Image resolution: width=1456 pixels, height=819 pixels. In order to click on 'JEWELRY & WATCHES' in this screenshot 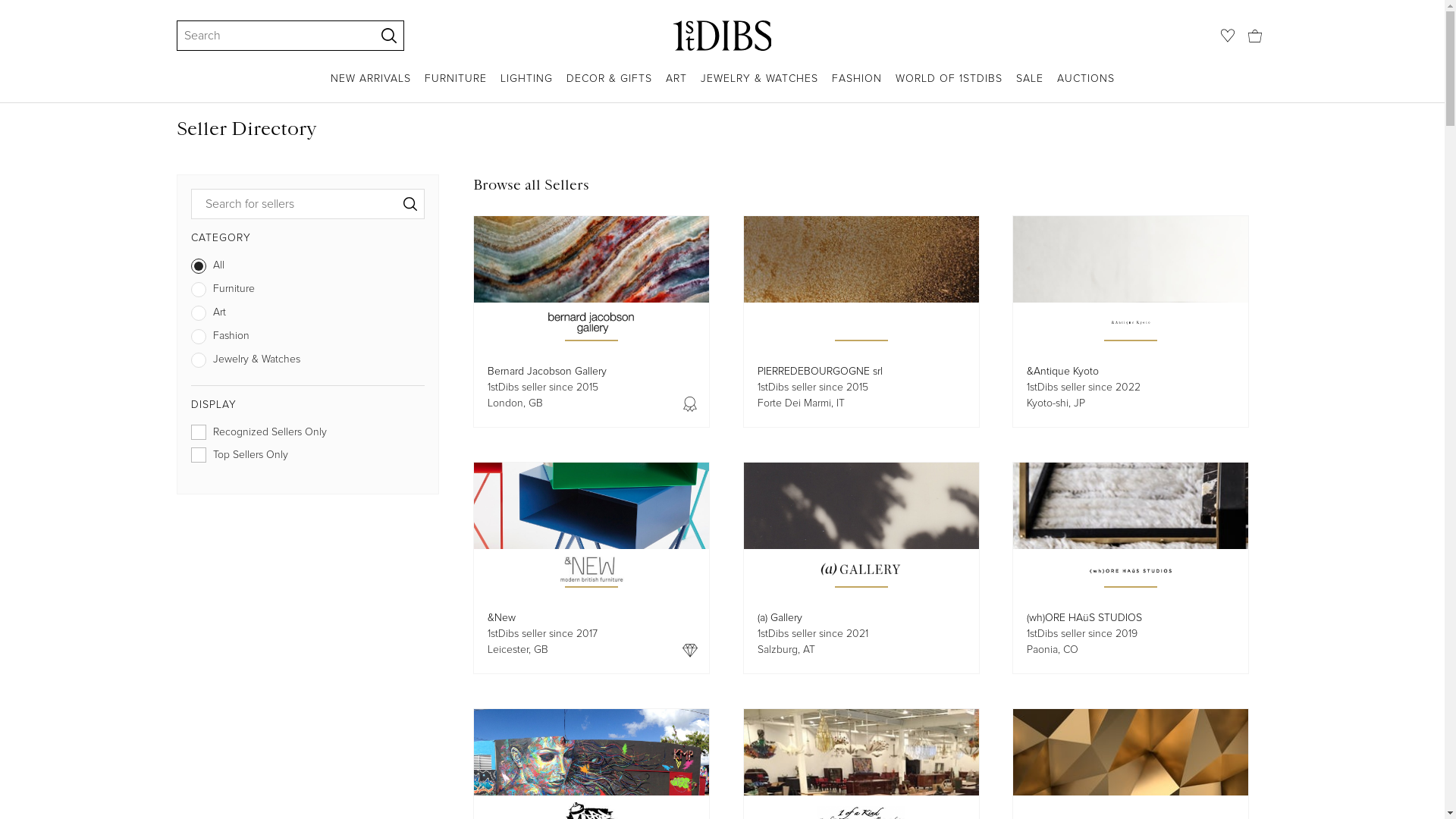, I will do `click(759, 86)`.